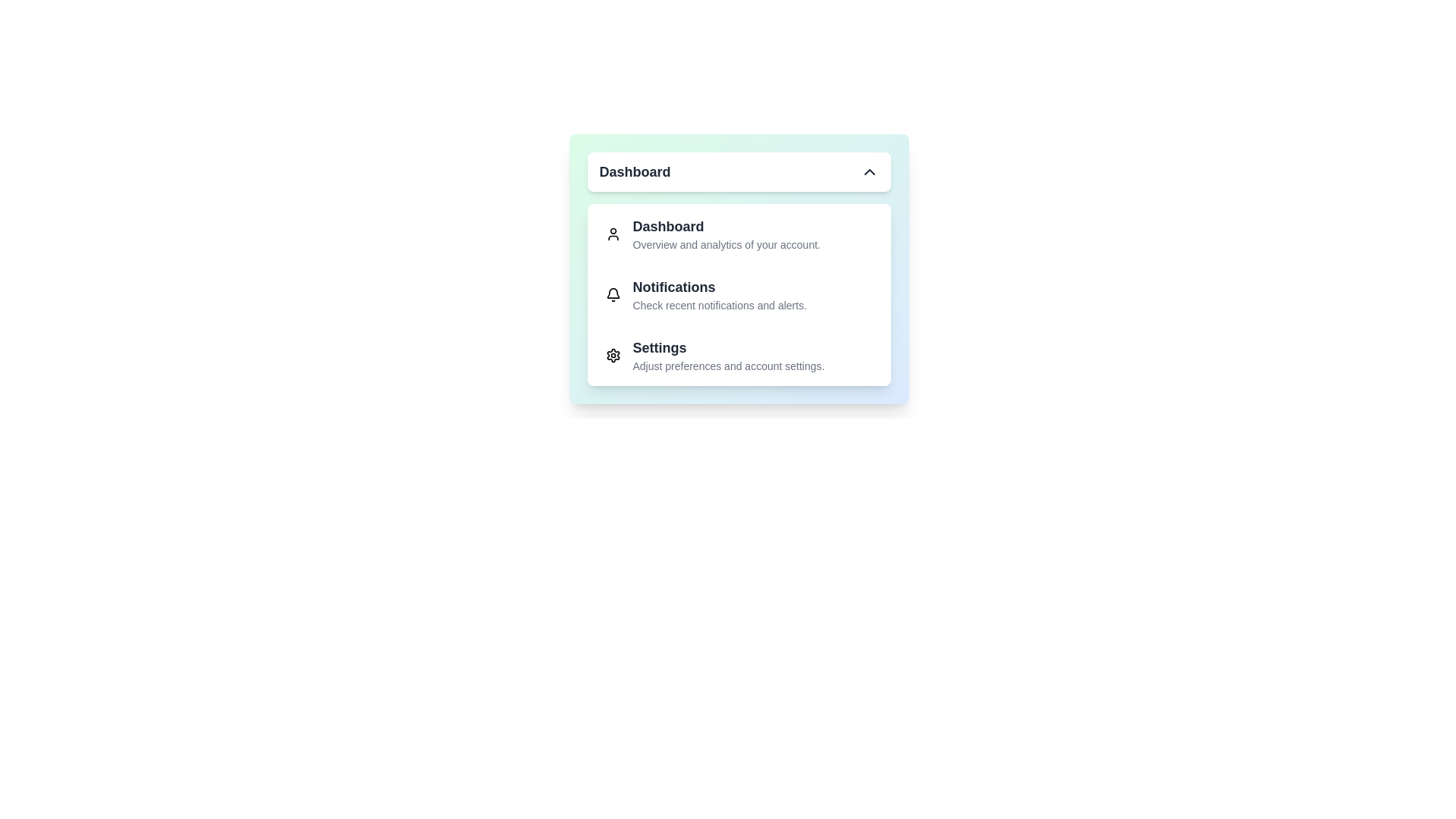  I want to click on the 'Settings' menu item to select it, so click(739, 356).